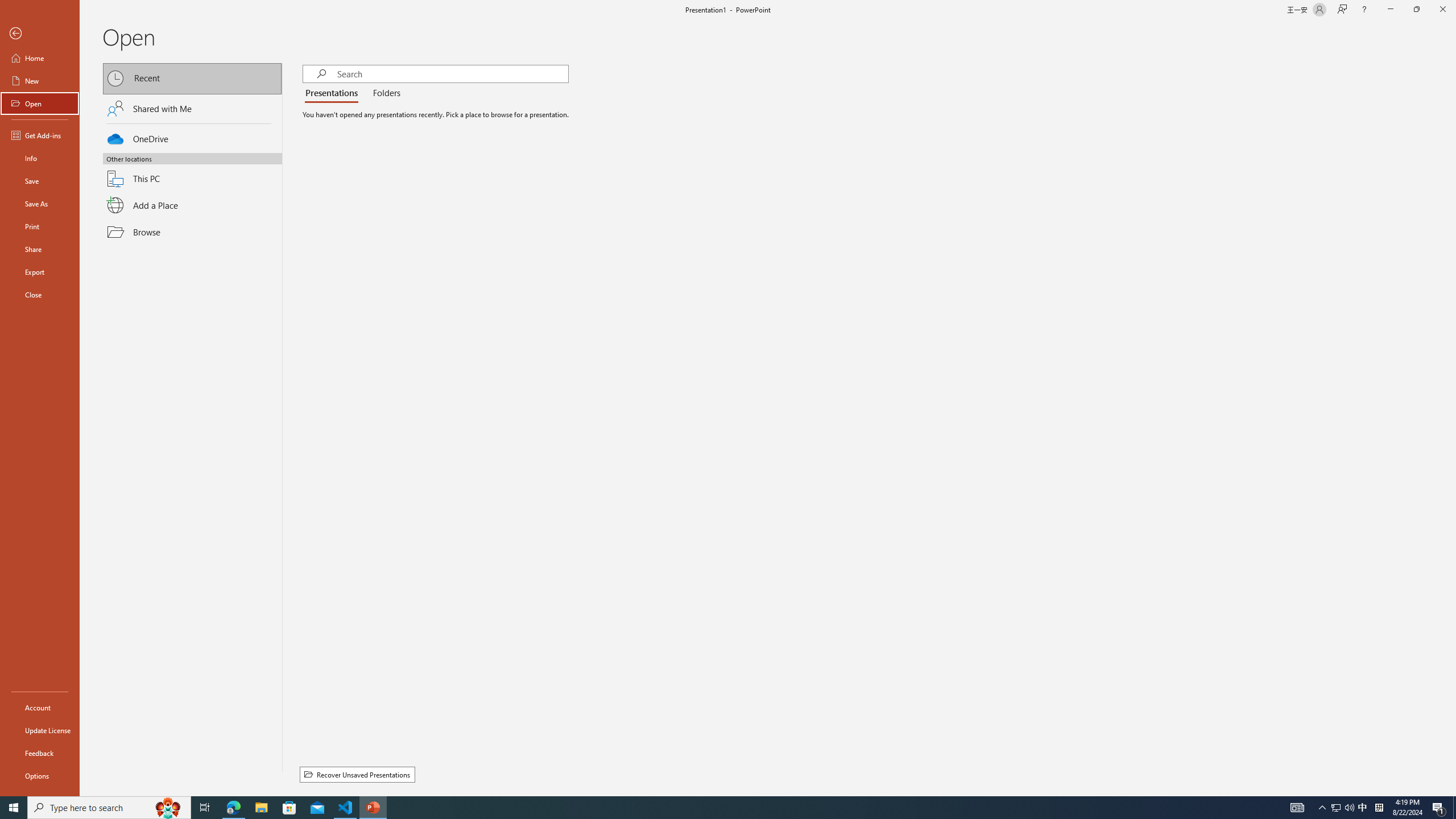 The image size is (1456, 819). Describe the element at coordinates (192, 78) in the screenshot. I see `'Recent'` at that location.